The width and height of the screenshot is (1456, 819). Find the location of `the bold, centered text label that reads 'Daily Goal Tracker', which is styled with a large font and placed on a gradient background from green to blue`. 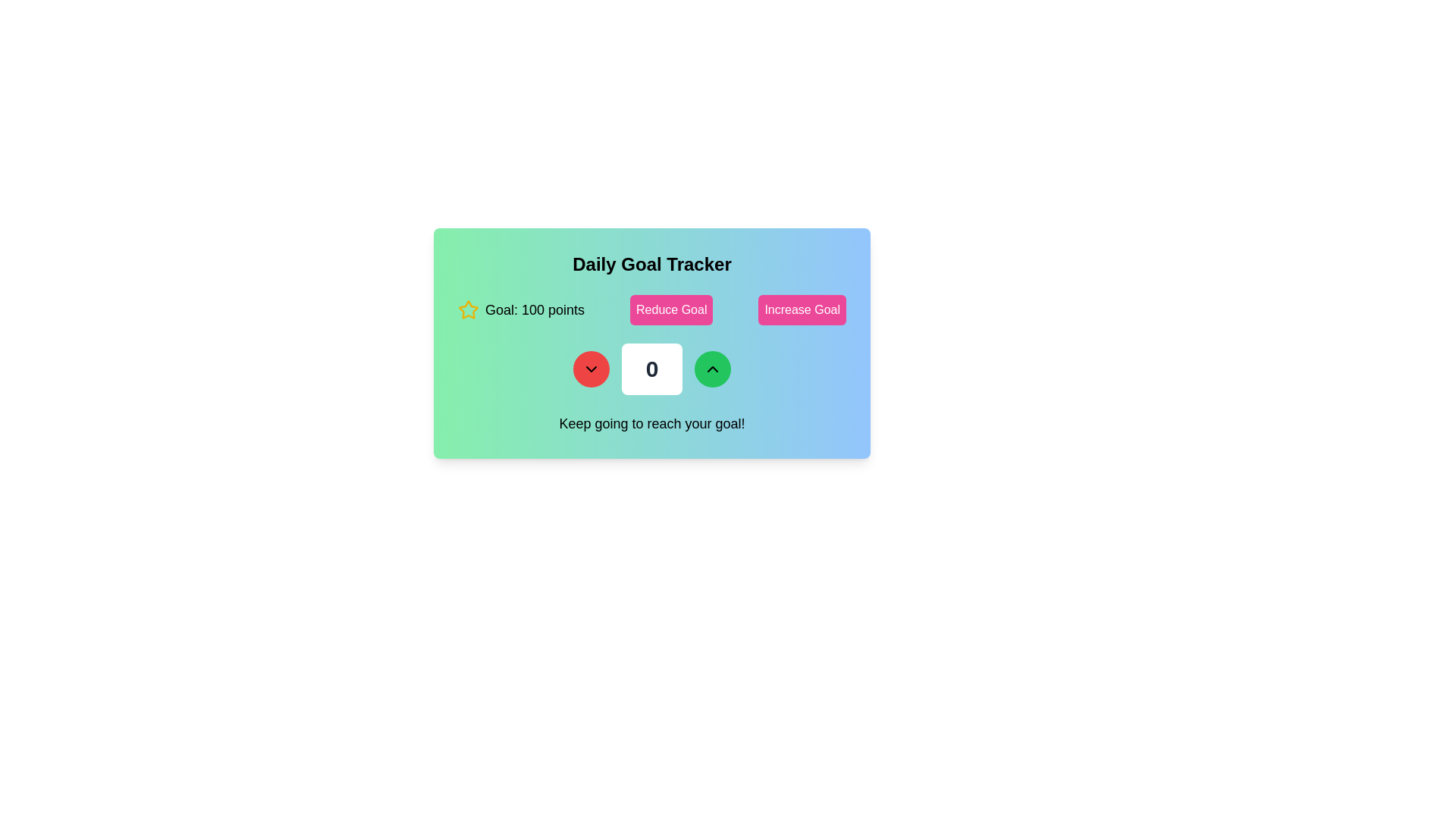

the bold, centered text label that reads 'Daily Goal Tracker', which is styled with a large font and placed on a gradient background from green to blue is located at coordinates (651, 263).